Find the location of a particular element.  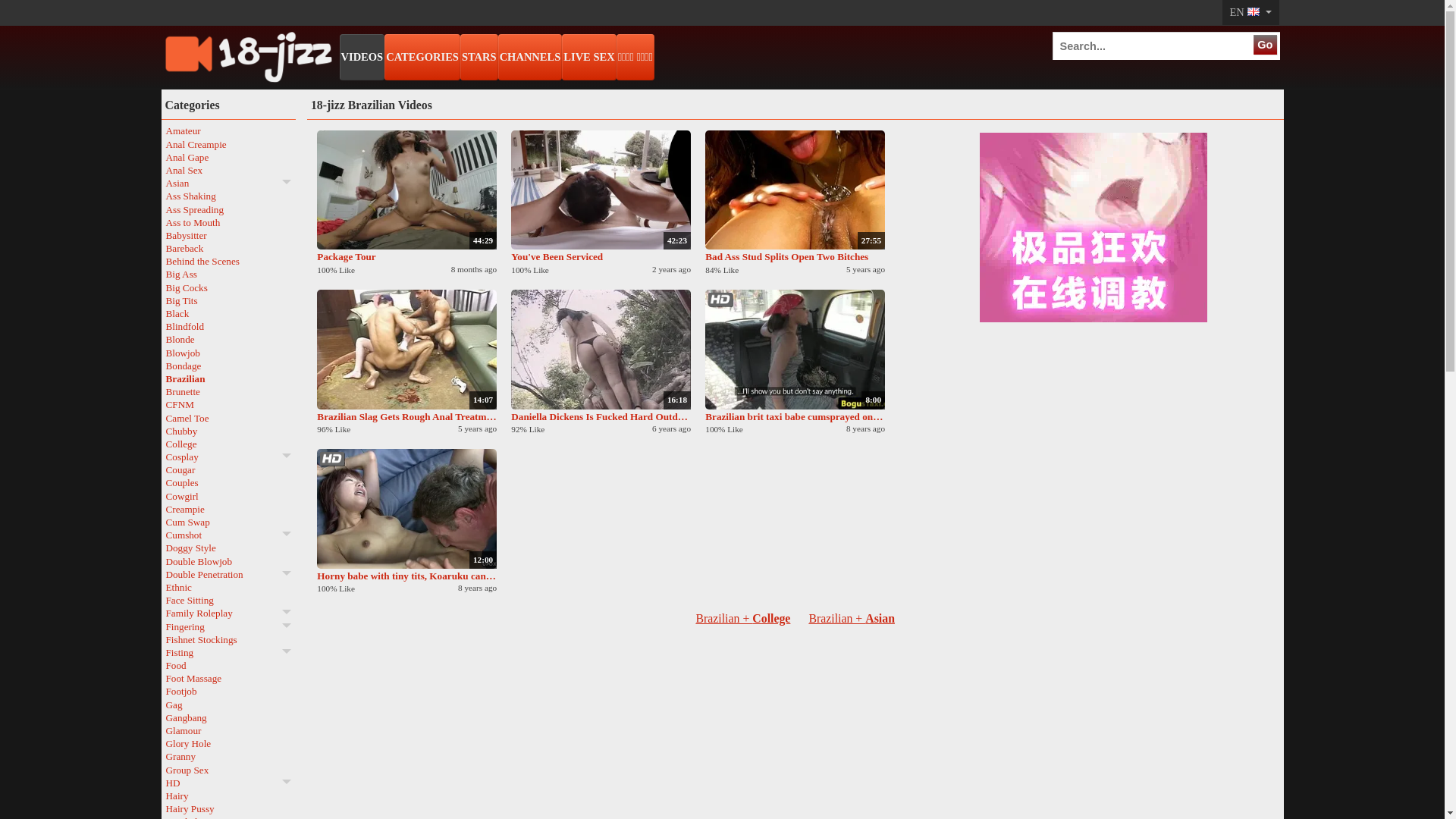

'Go' is located at coordinates (1265, 43).